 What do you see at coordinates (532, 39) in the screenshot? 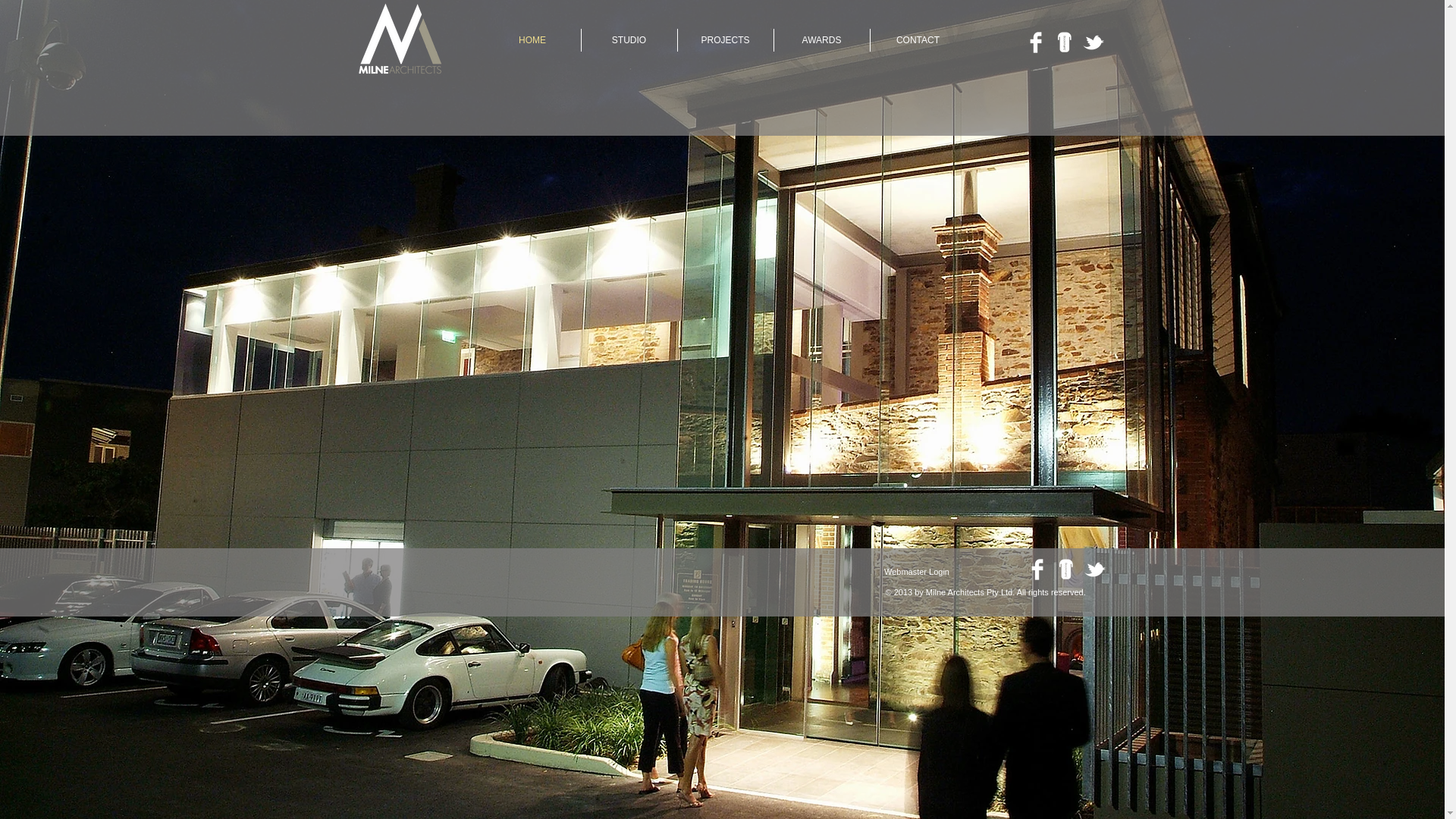
I see `'HOME'` at bounding box center [532, 39].